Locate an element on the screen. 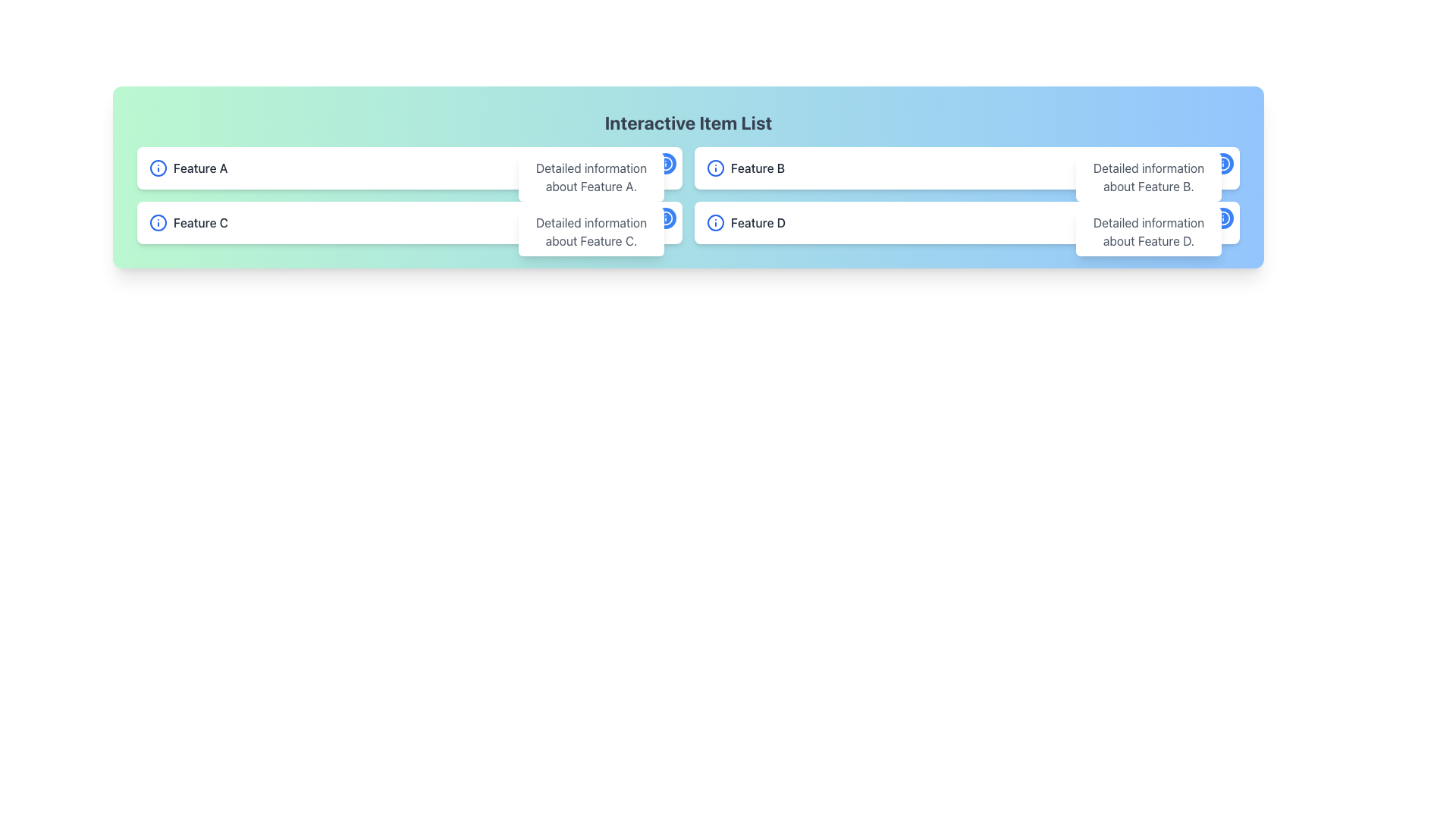  the text label displaying 'Feature B' in a medium-sized gray font located in the second row of a structured feature list is located at coordinates (758, 168).